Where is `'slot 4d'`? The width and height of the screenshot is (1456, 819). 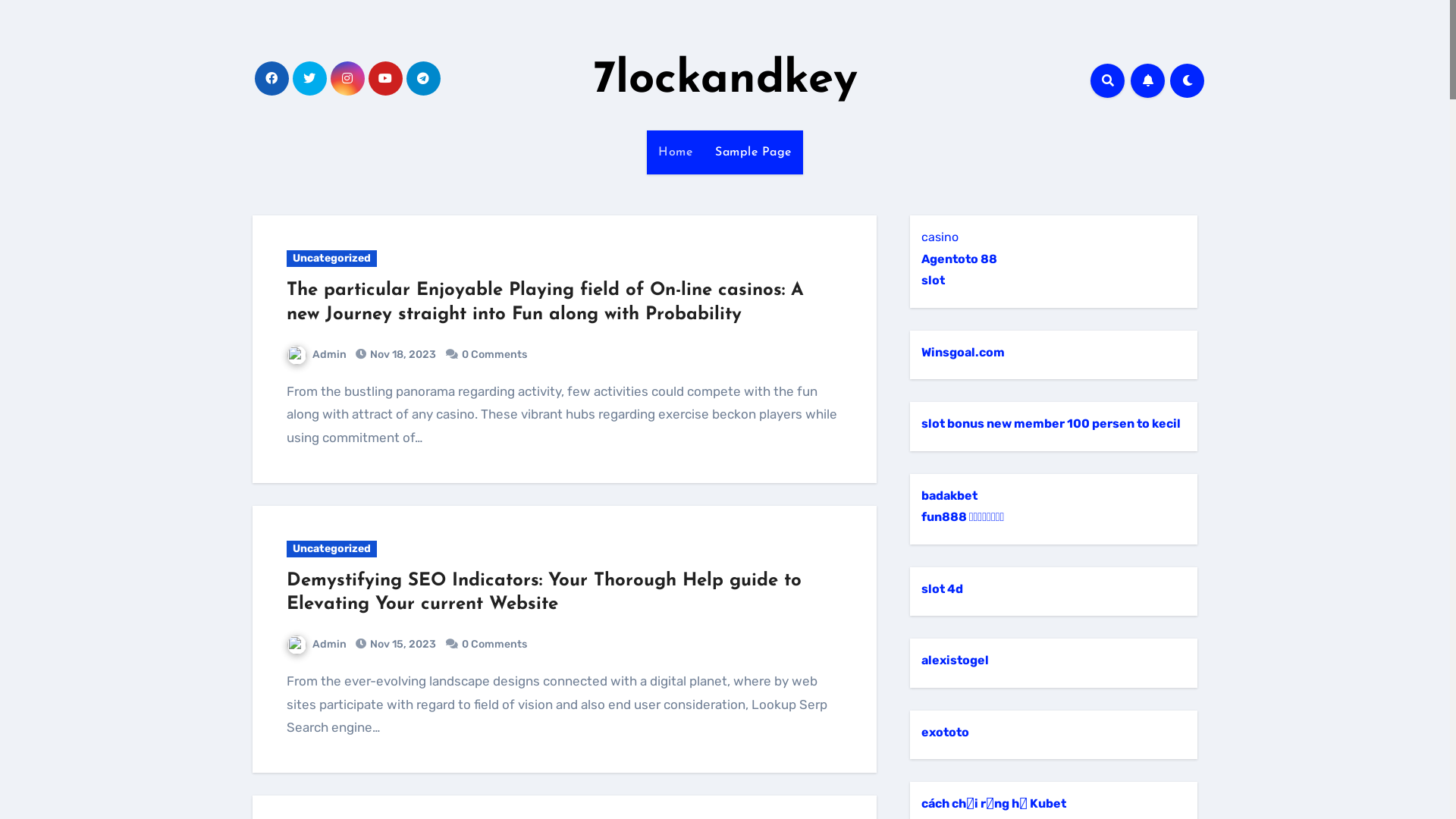 'slot 4d' is located at coordinates (920, 588).